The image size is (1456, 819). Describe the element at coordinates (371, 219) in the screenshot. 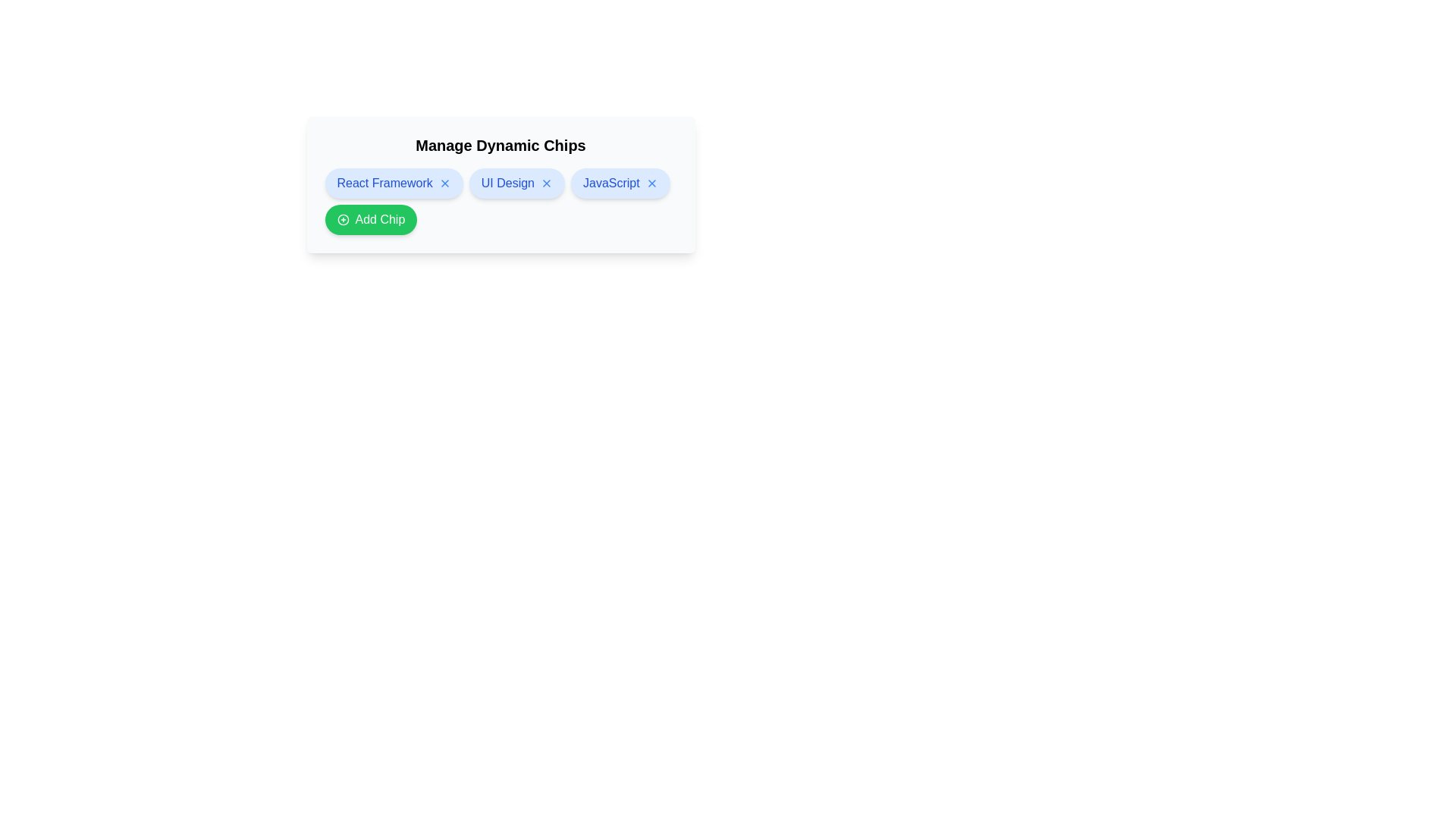

I see `the 'Add Chip' button to add a new chip` at that location.